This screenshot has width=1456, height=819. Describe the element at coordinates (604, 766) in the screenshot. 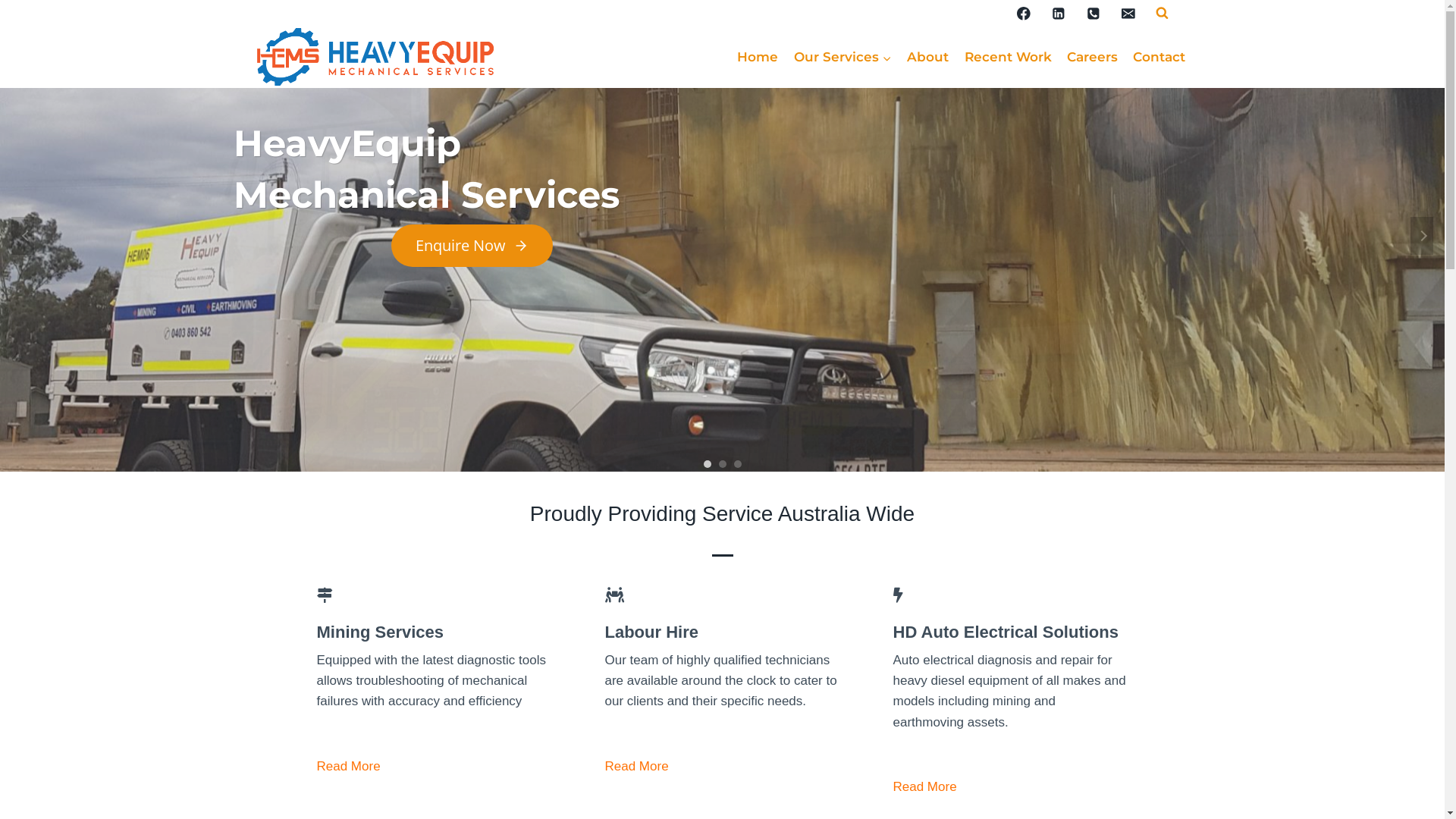

I see `'Read More'` at that location.